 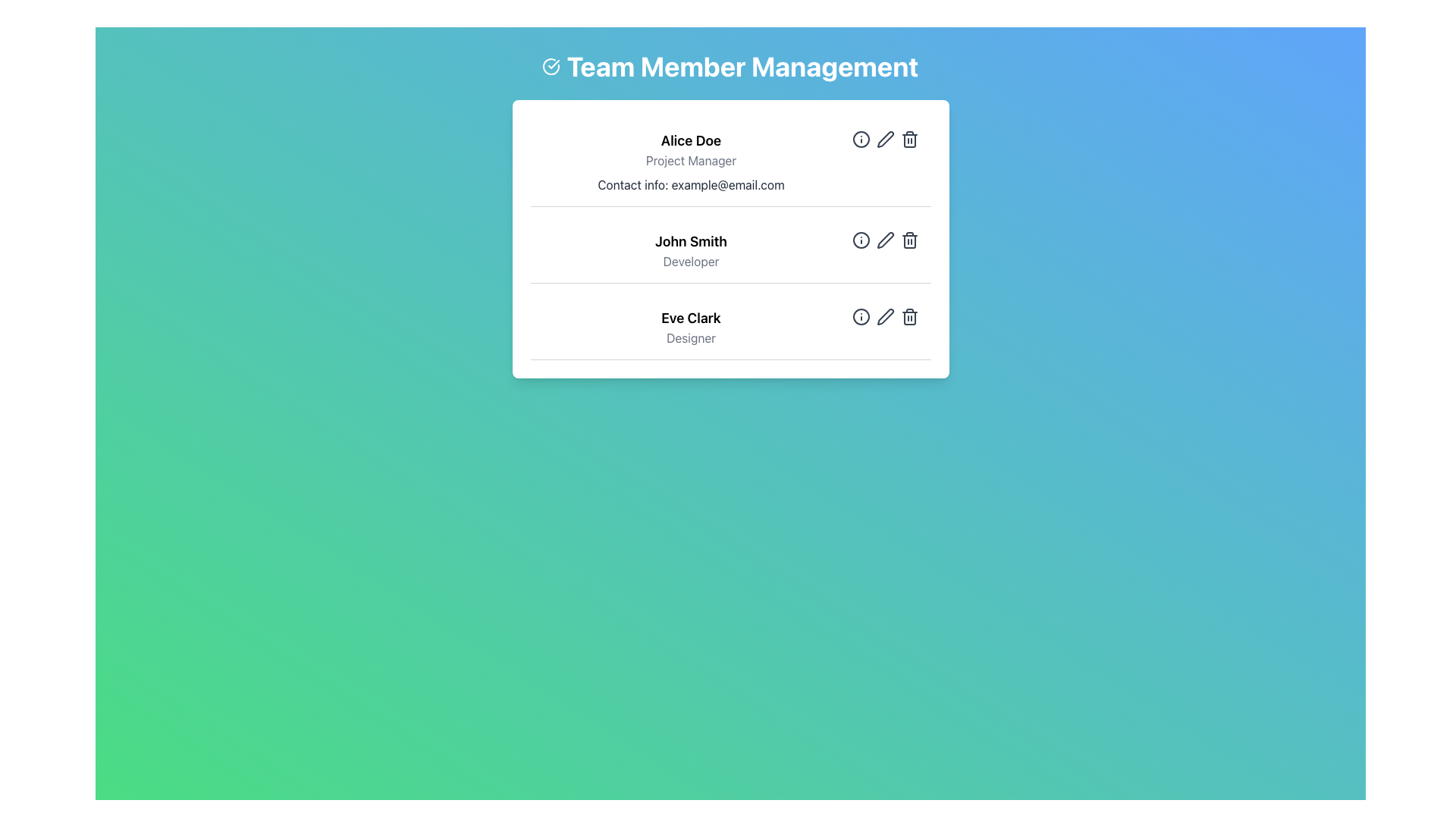 I want to click on the Text label displaying the job title for 'Alice Doe', which is located below the name and above the contact information, so click(x=690, y=161).